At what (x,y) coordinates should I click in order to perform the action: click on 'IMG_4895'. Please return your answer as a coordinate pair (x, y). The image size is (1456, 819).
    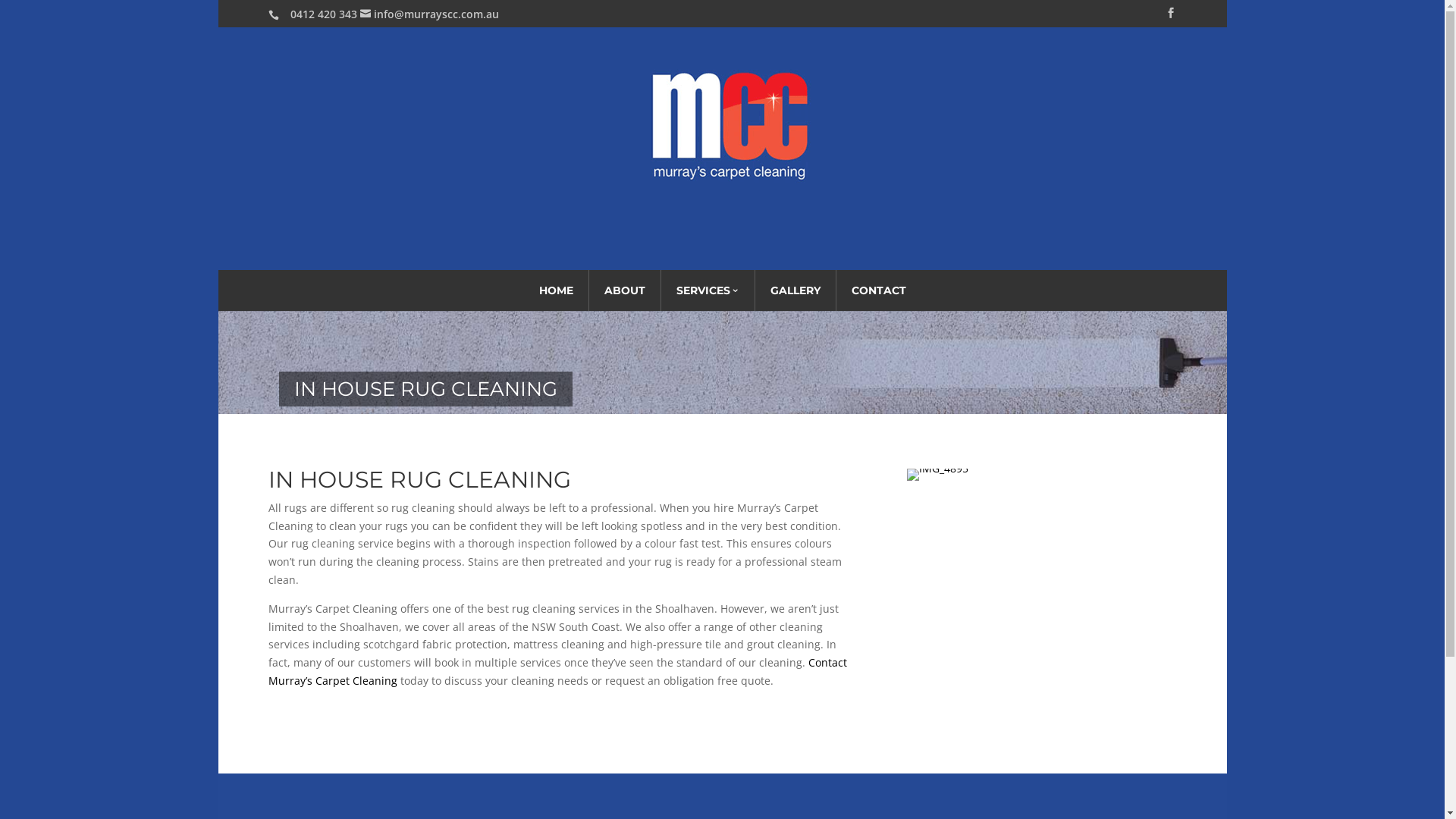
    Looking at the image, I should click on (937, 467).